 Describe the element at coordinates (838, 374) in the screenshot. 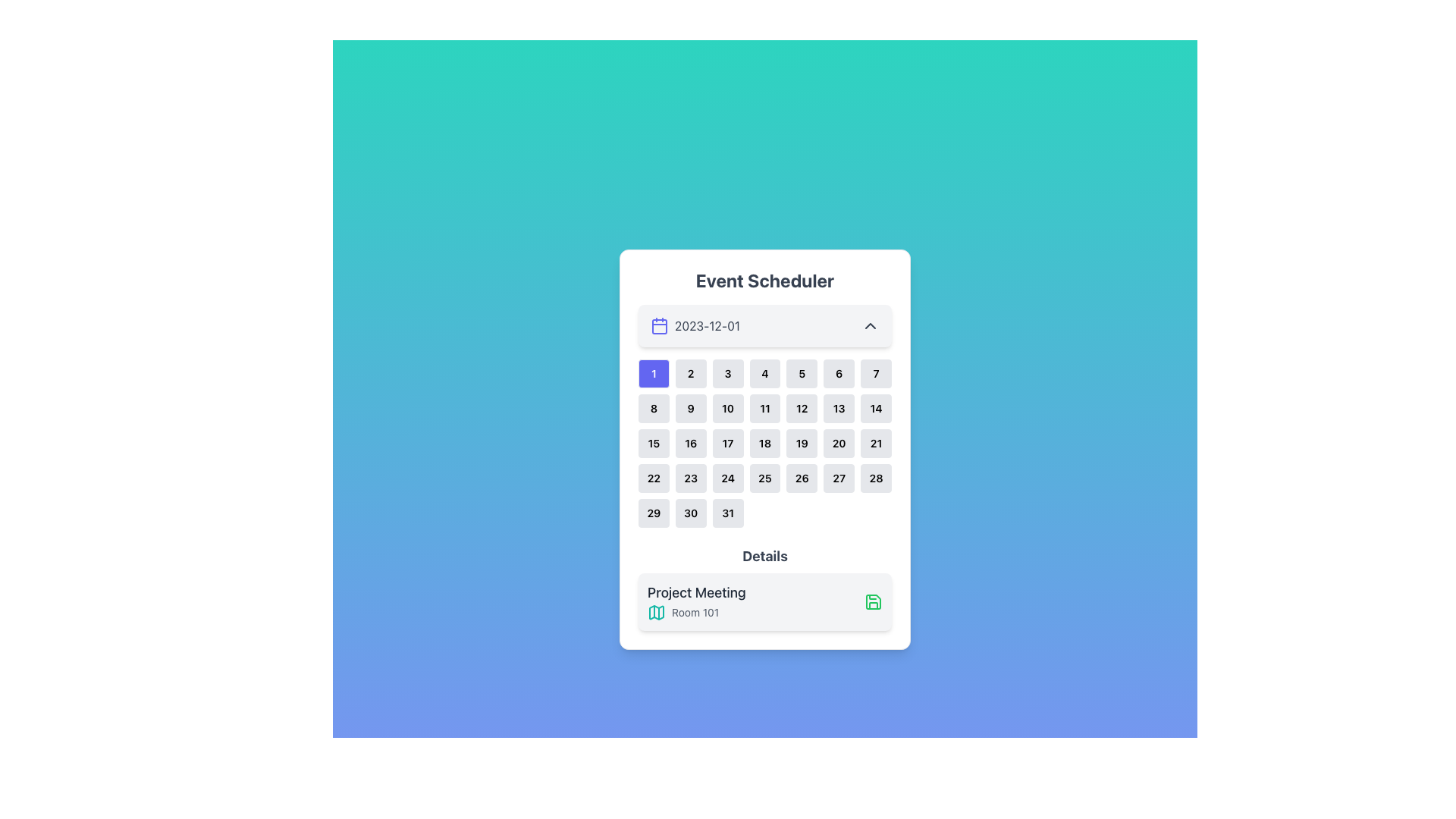

I see `the button representing the date '6' in the calendar interface` at that location.